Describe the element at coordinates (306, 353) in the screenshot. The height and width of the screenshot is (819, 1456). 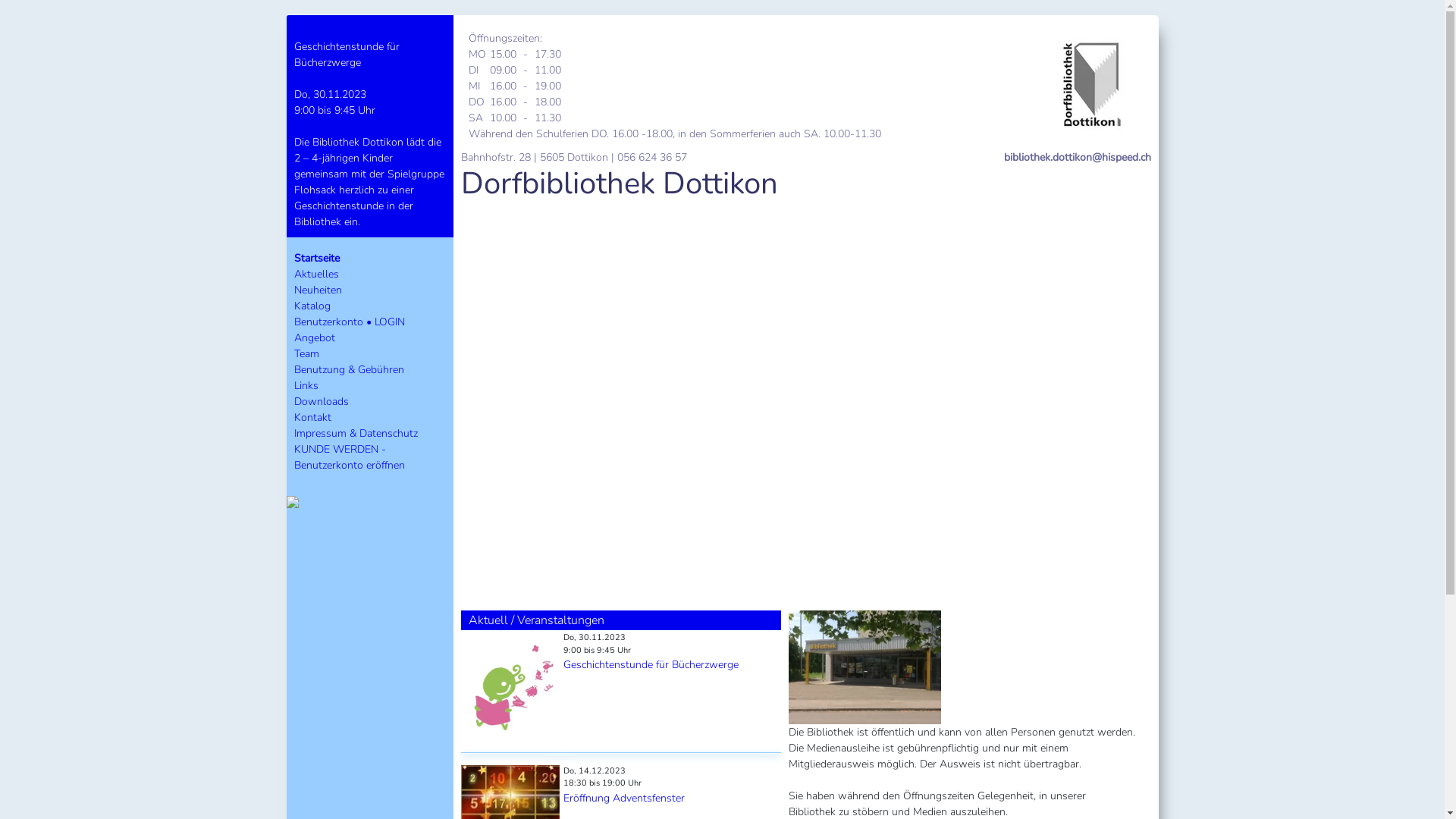
I see `'Team'` at that location.